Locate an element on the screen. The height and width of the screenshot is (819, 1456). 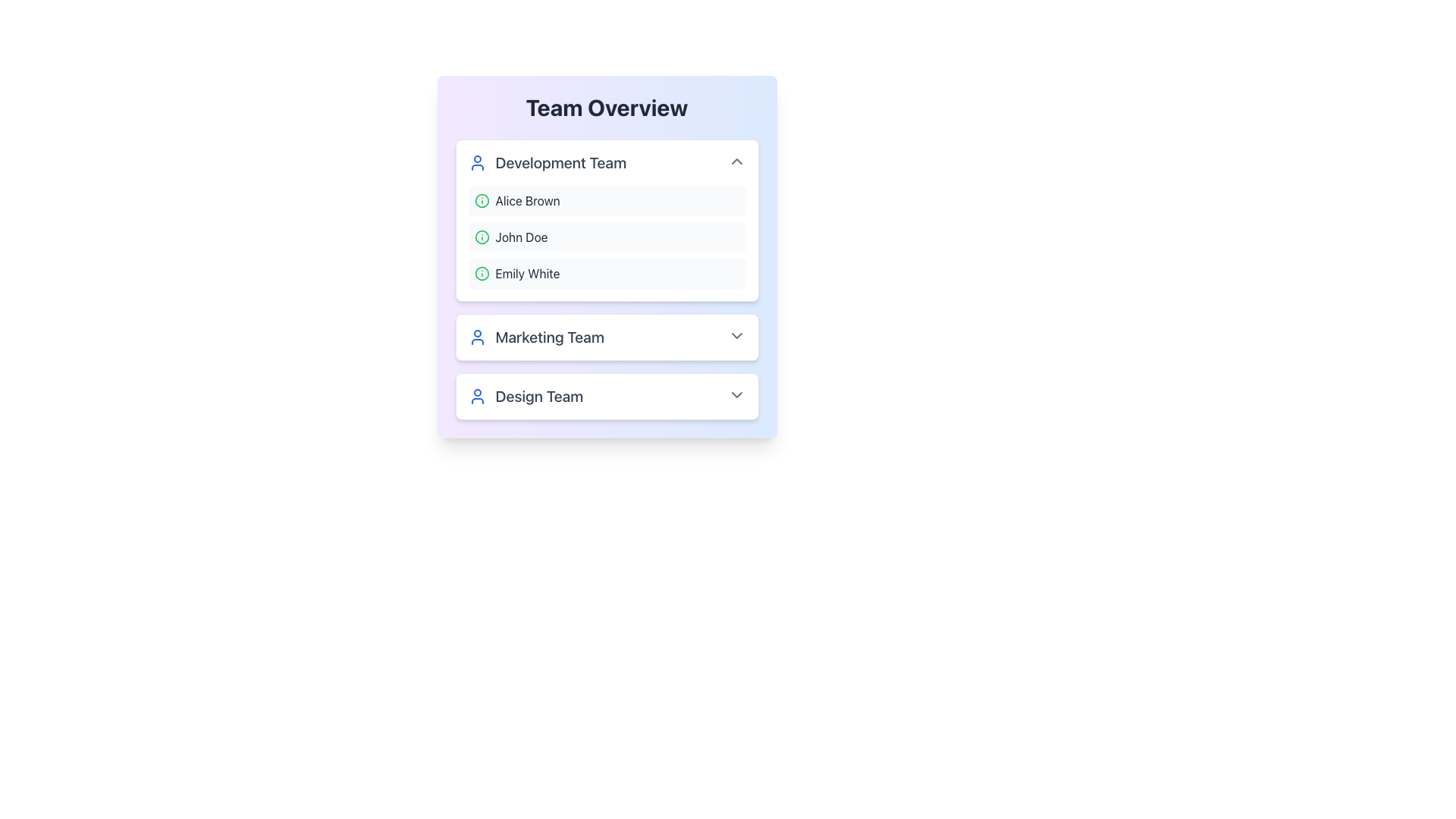
the icon representing the 'Development Team' section, which is the first element in the horizontal group containing the text 'Development Team' is located at coordinates (476, 163).